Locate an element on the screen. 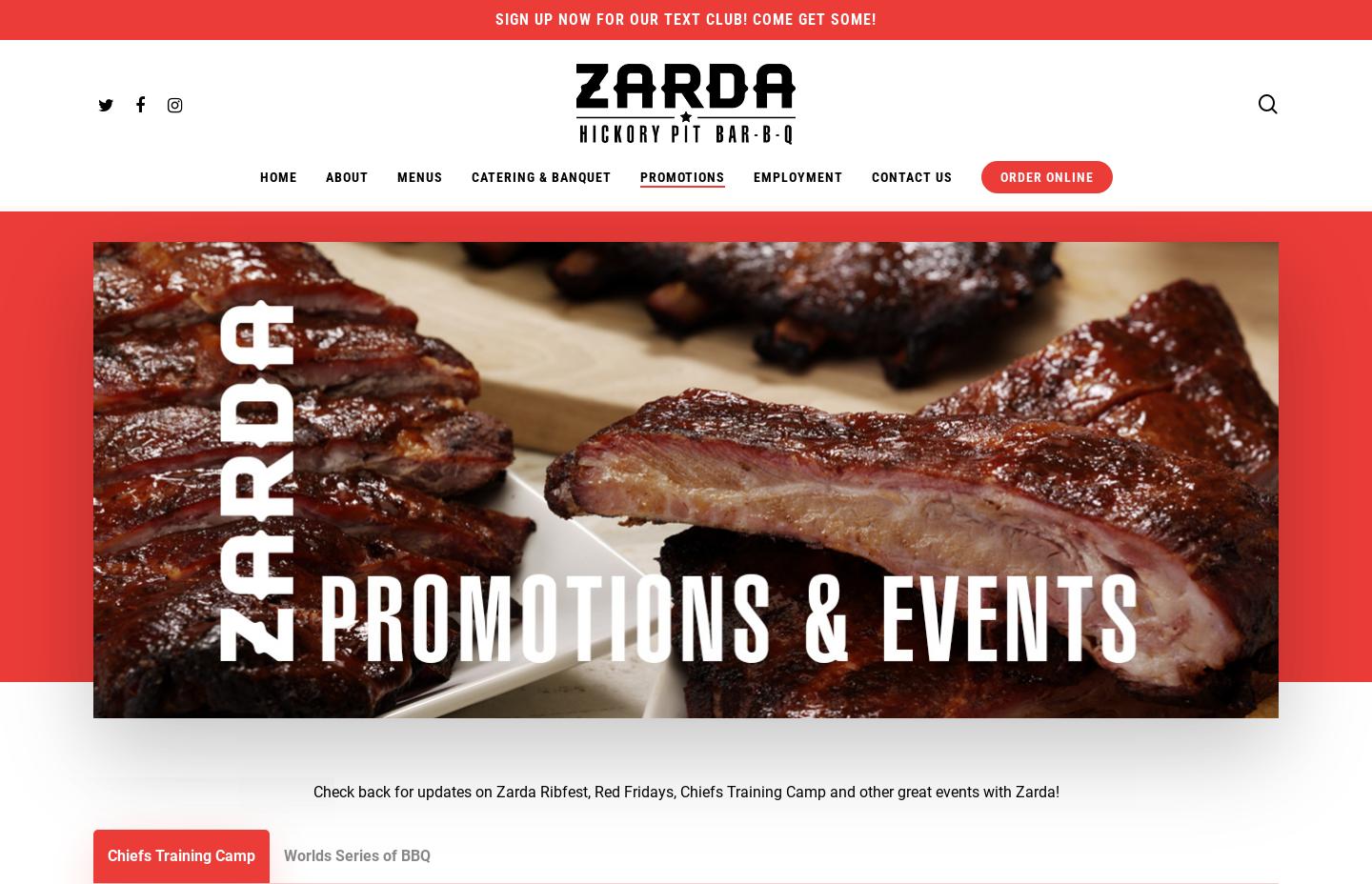  'Contact Us' is located at coordinates (911, 176).